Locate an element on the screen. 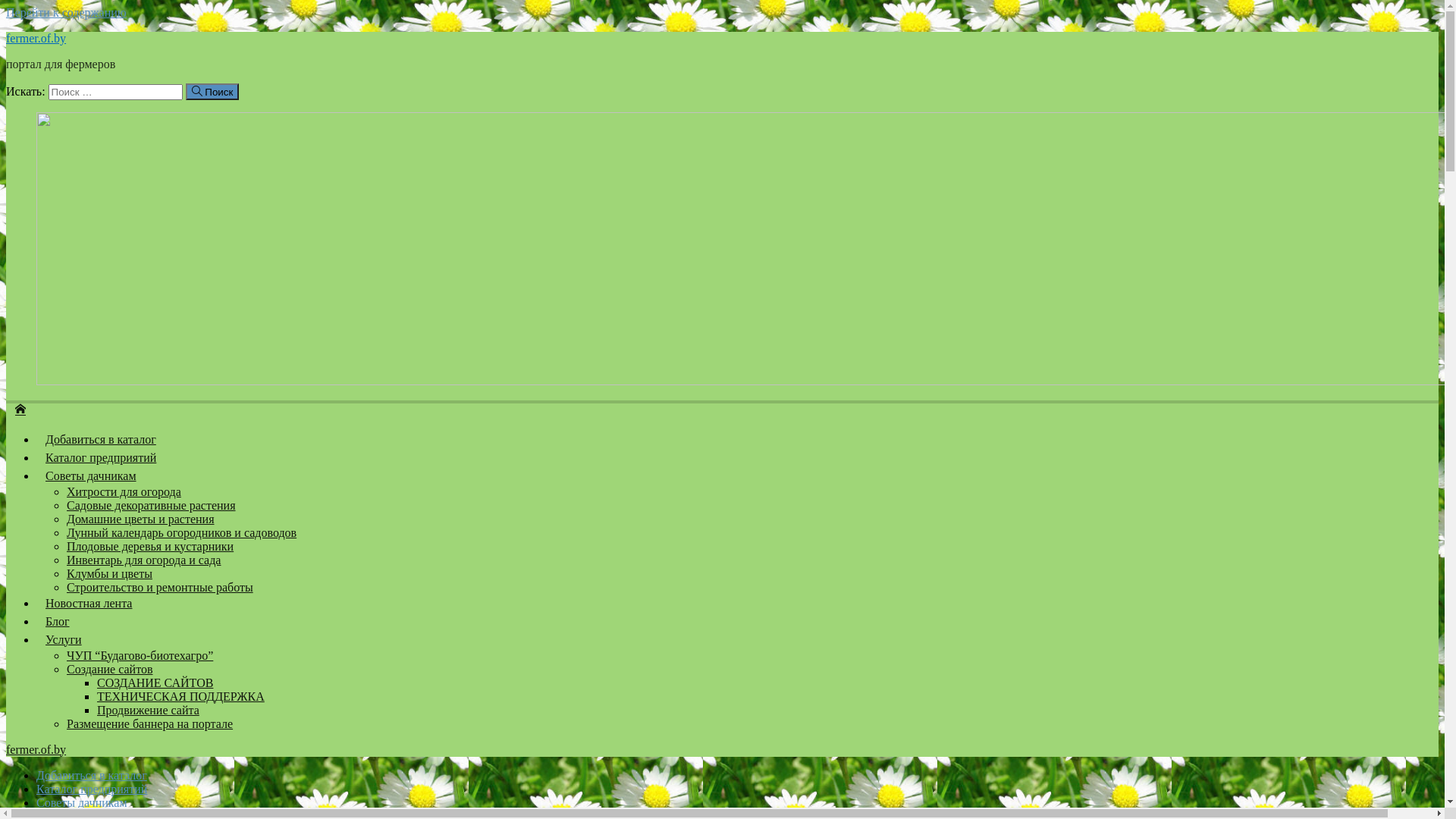  'fermer.of.by' is located at coordinates (36, 748).